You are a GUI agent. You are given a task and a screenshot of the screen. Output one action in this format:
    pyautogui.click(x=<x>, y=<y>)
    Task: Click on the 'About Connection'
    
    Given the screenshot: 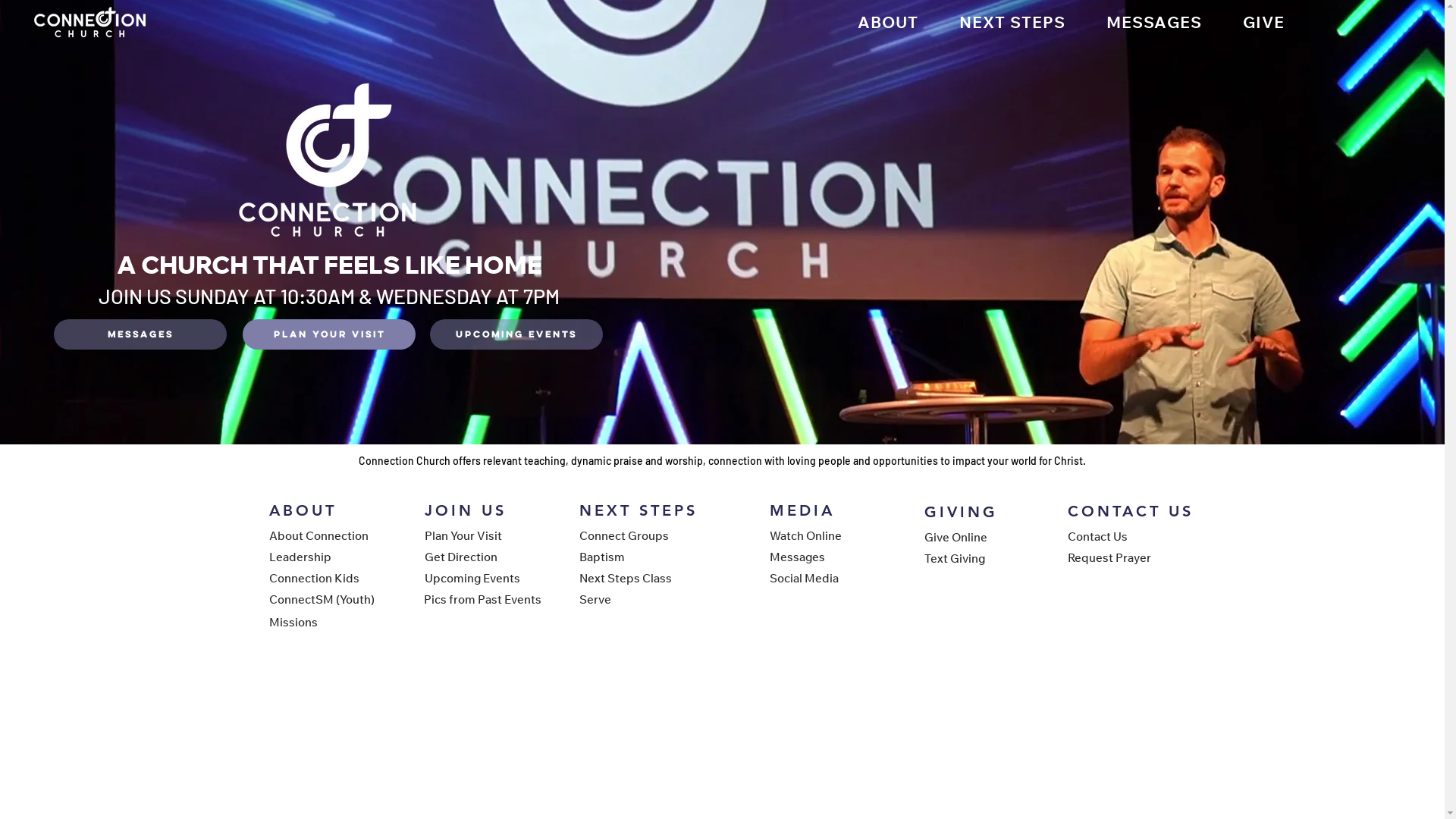 What is the action you would take?
    pyautogui.click(x=268, y=534)
    